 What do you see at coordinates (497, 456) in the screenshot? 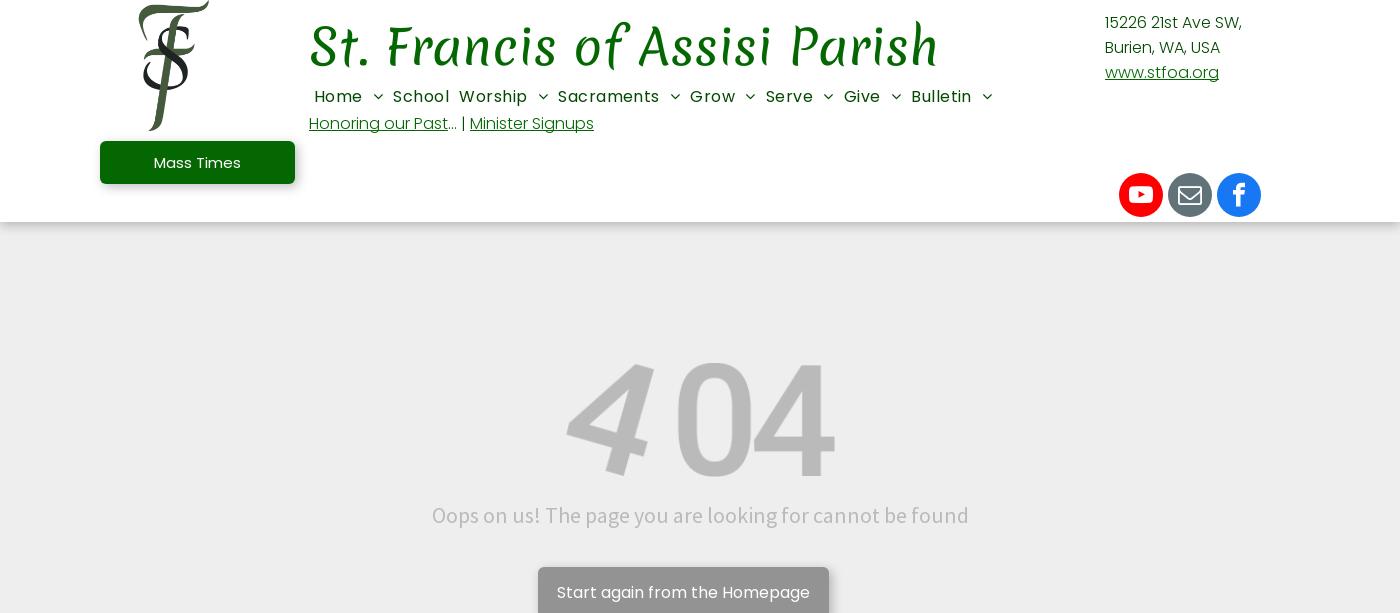
I see `'Rosary'` at bounding box center [497, 456].